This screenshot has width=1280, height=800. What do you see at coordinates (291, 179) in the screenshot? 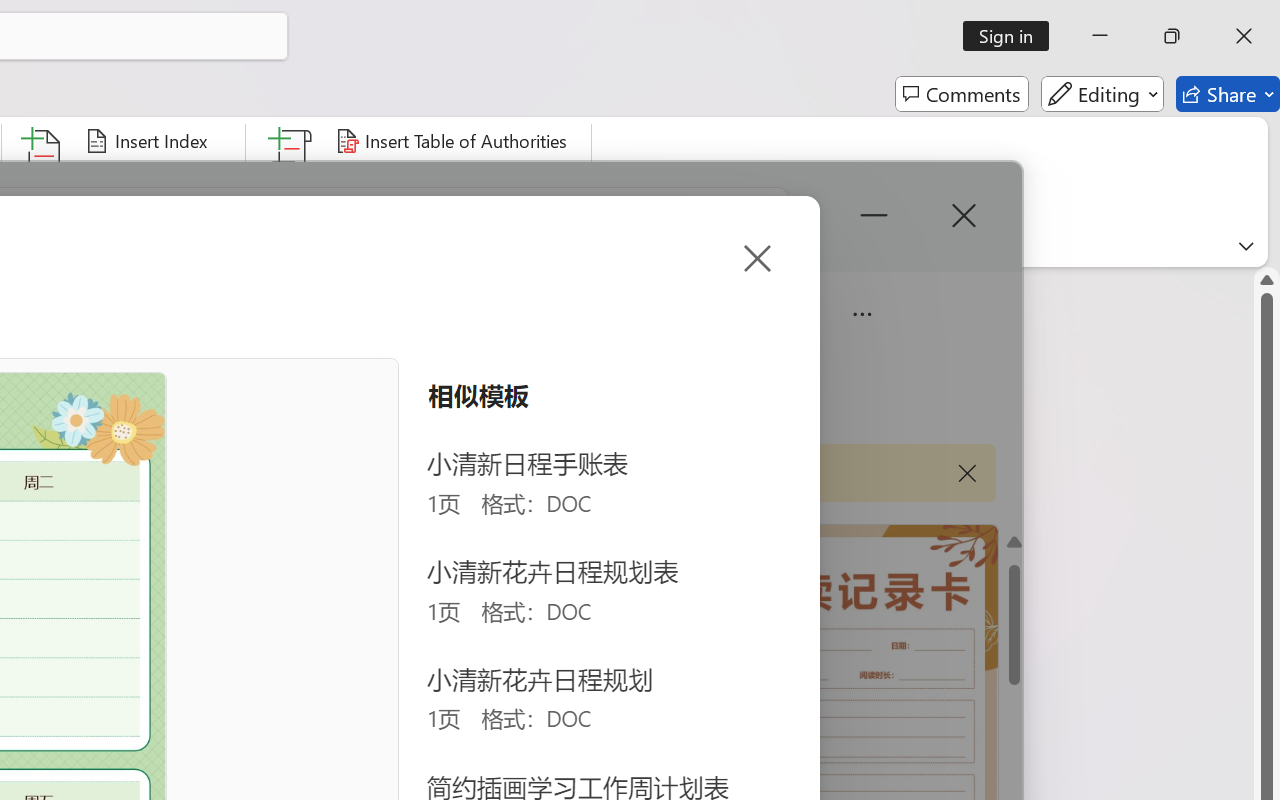
I see `'Mark Citation...'` at bounding box center [291, 179].